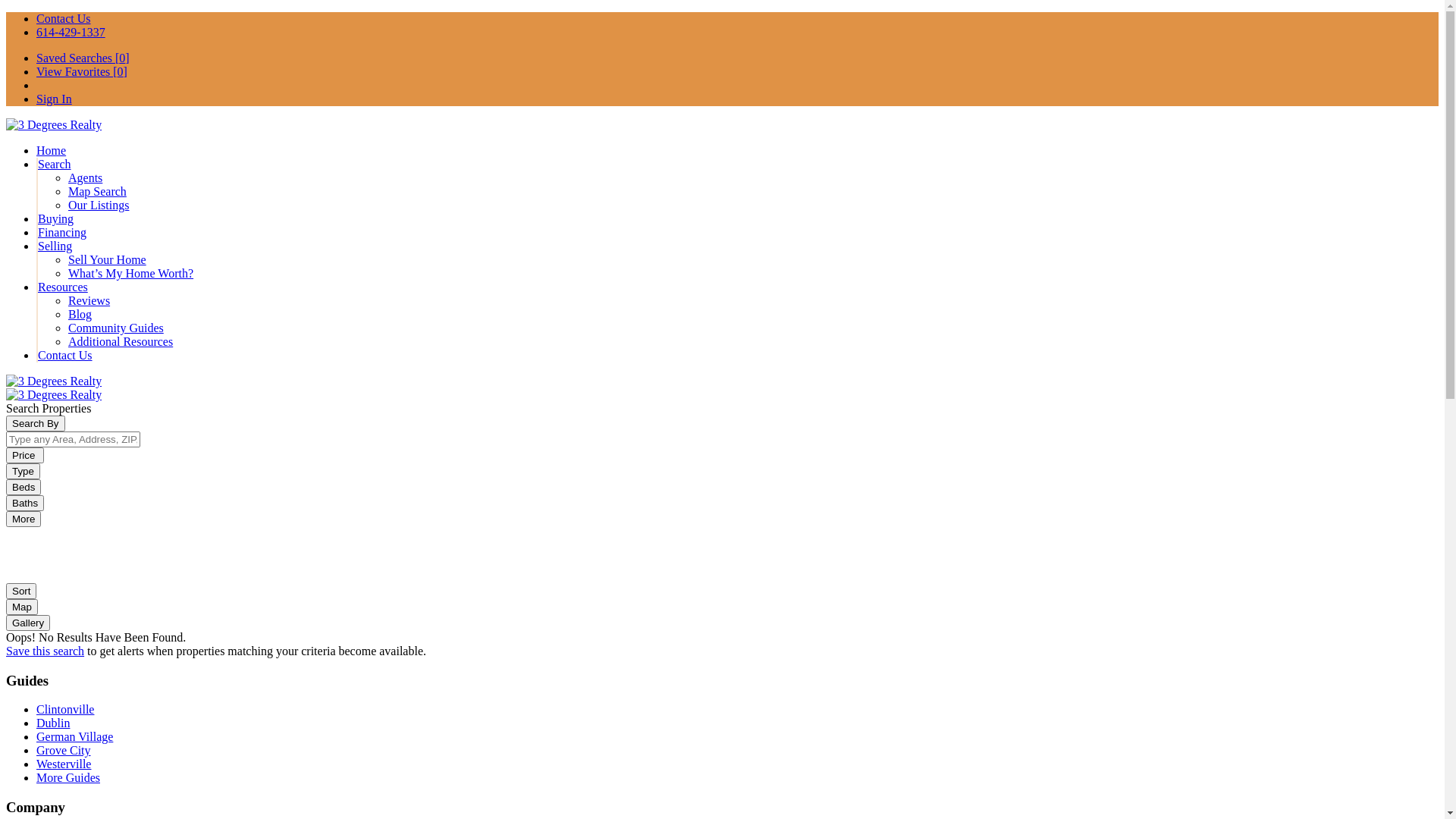  What do you see at coordinates (25, 503) in the screenshot?
I see `'Baths'` at bounding box center [25, 503].